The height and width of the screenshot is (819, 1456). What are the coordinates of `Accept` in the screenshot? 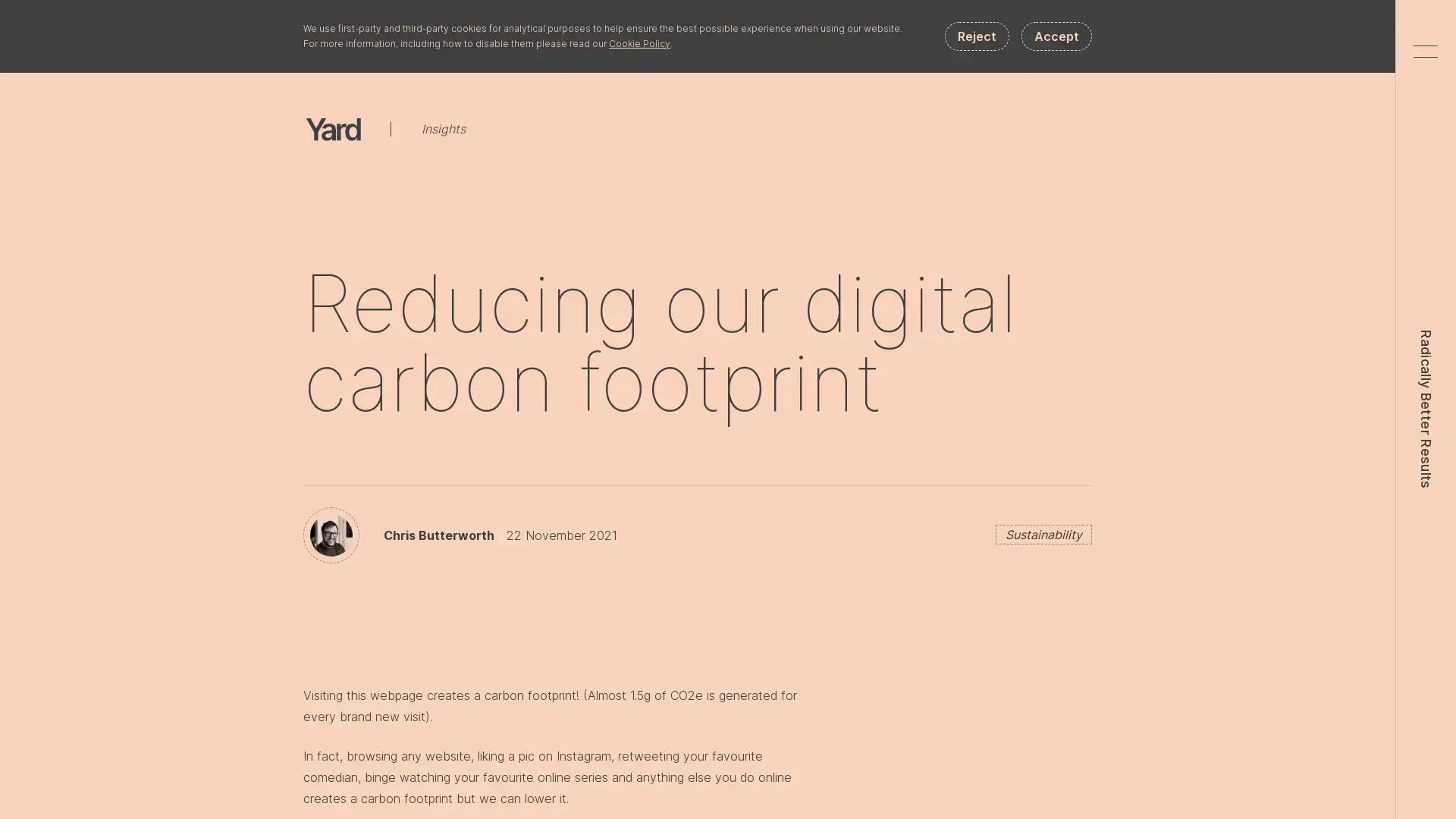 It's located at (1056, 35).